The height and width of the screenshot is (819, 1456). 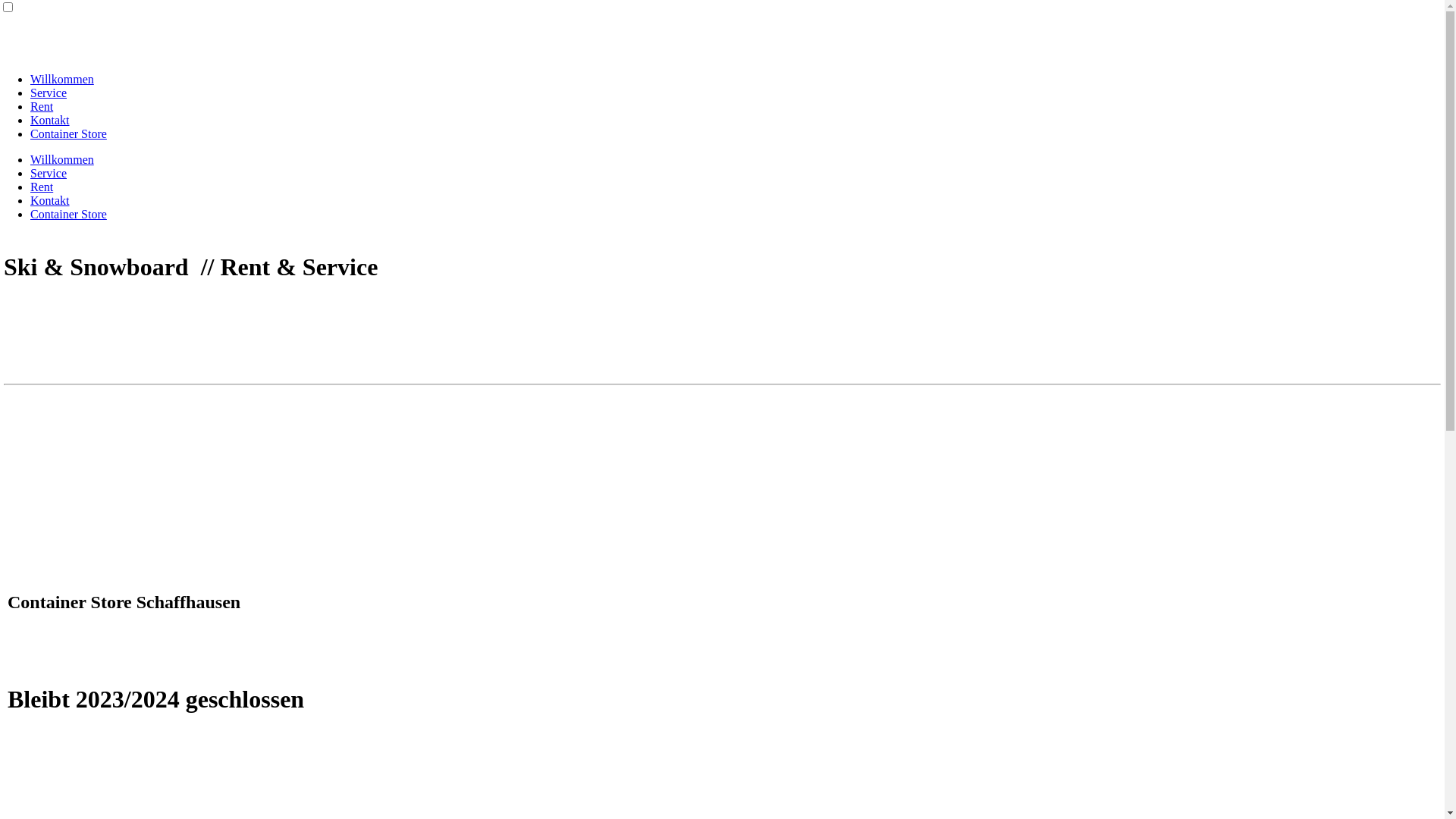 I want to click on 'Container Store', so click(x=67, y=133).